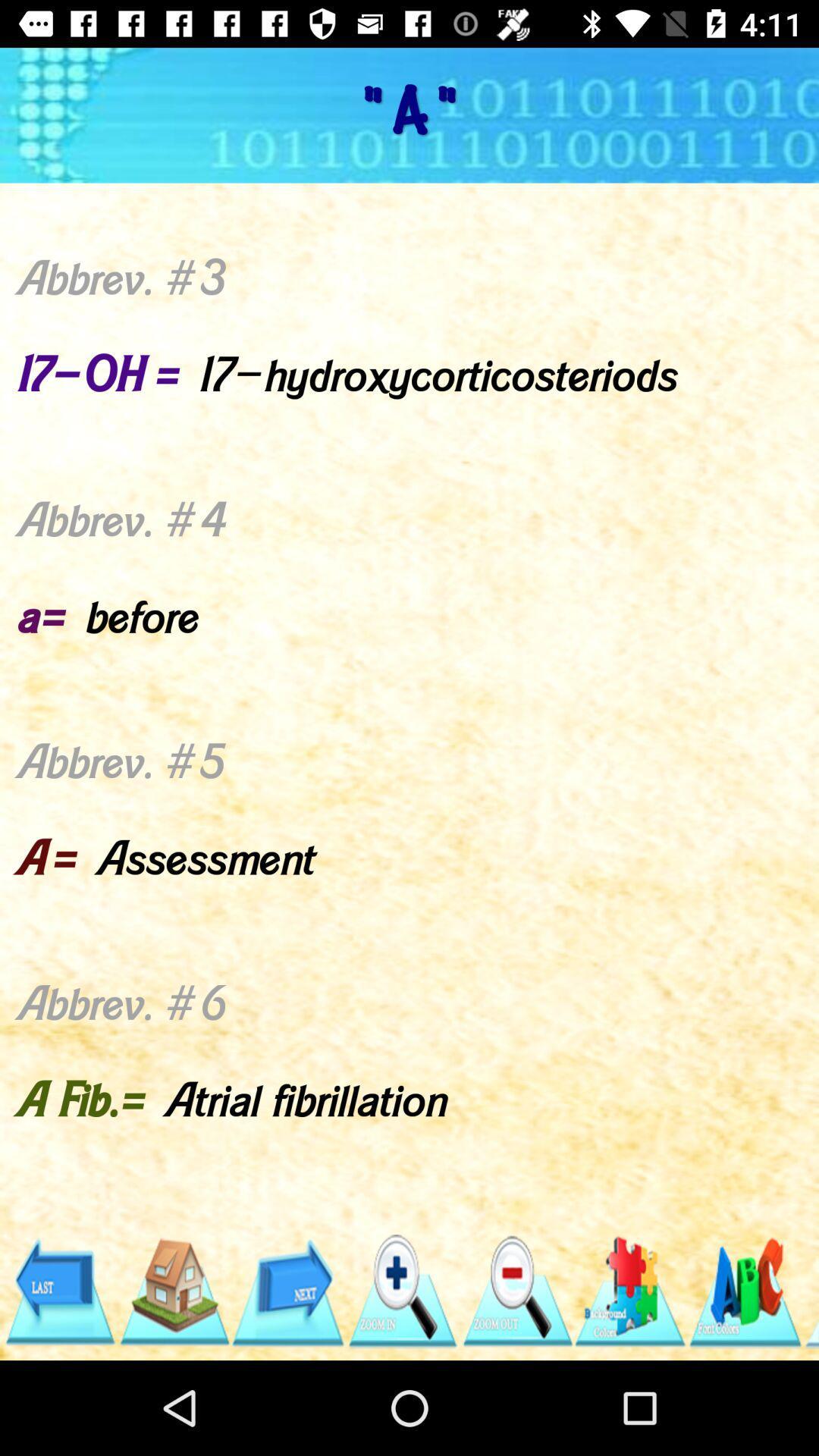 This screenshot has height=1456, width=819. Describe the element at coordinates (744, 1291) in the screenshot. I see `abc tab` at that location.